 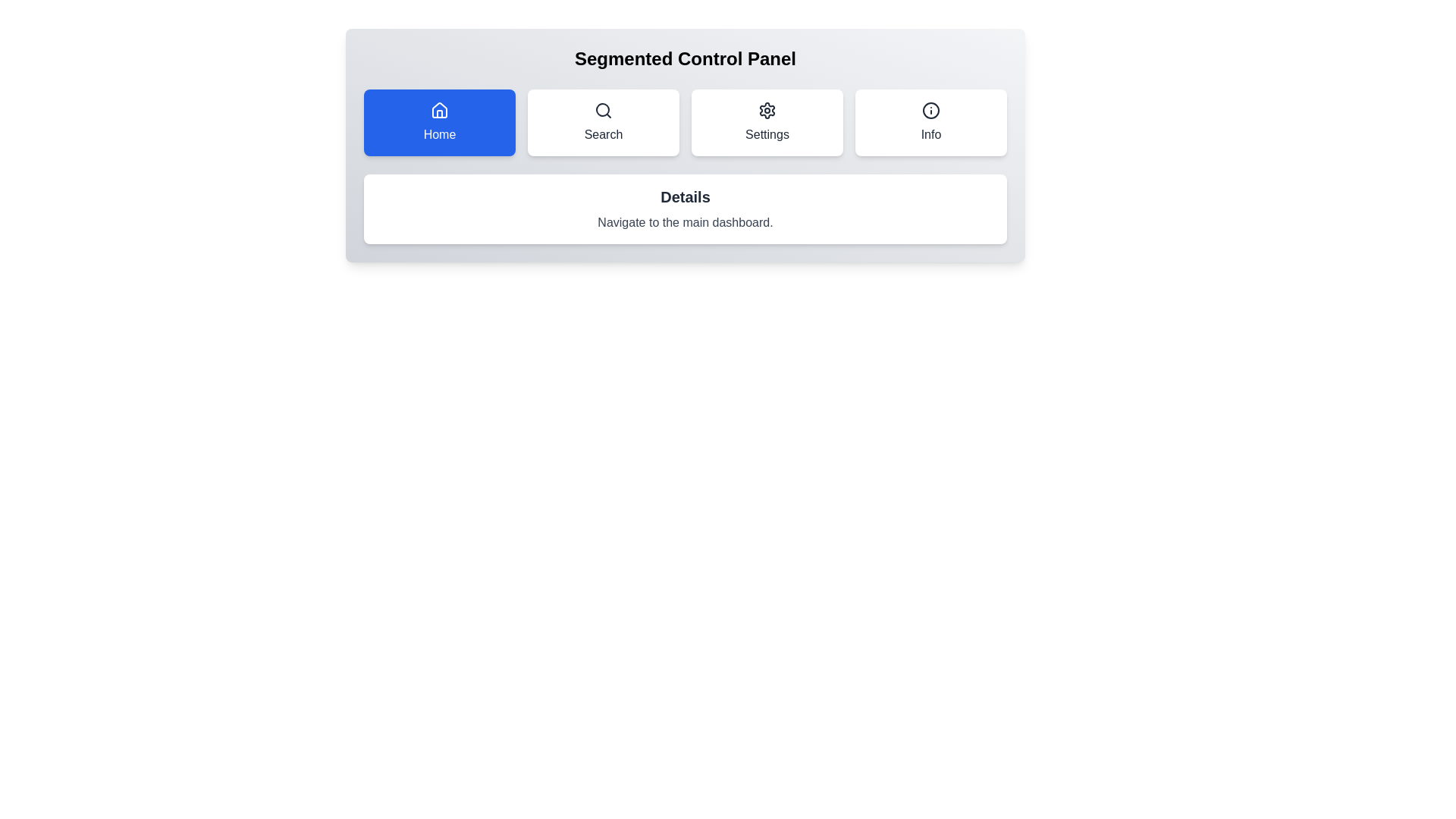 I want to click on the house icon located in the 'Home' button of the segmented control panel, which is colored white on a blue background, so click(x=439, y=109).